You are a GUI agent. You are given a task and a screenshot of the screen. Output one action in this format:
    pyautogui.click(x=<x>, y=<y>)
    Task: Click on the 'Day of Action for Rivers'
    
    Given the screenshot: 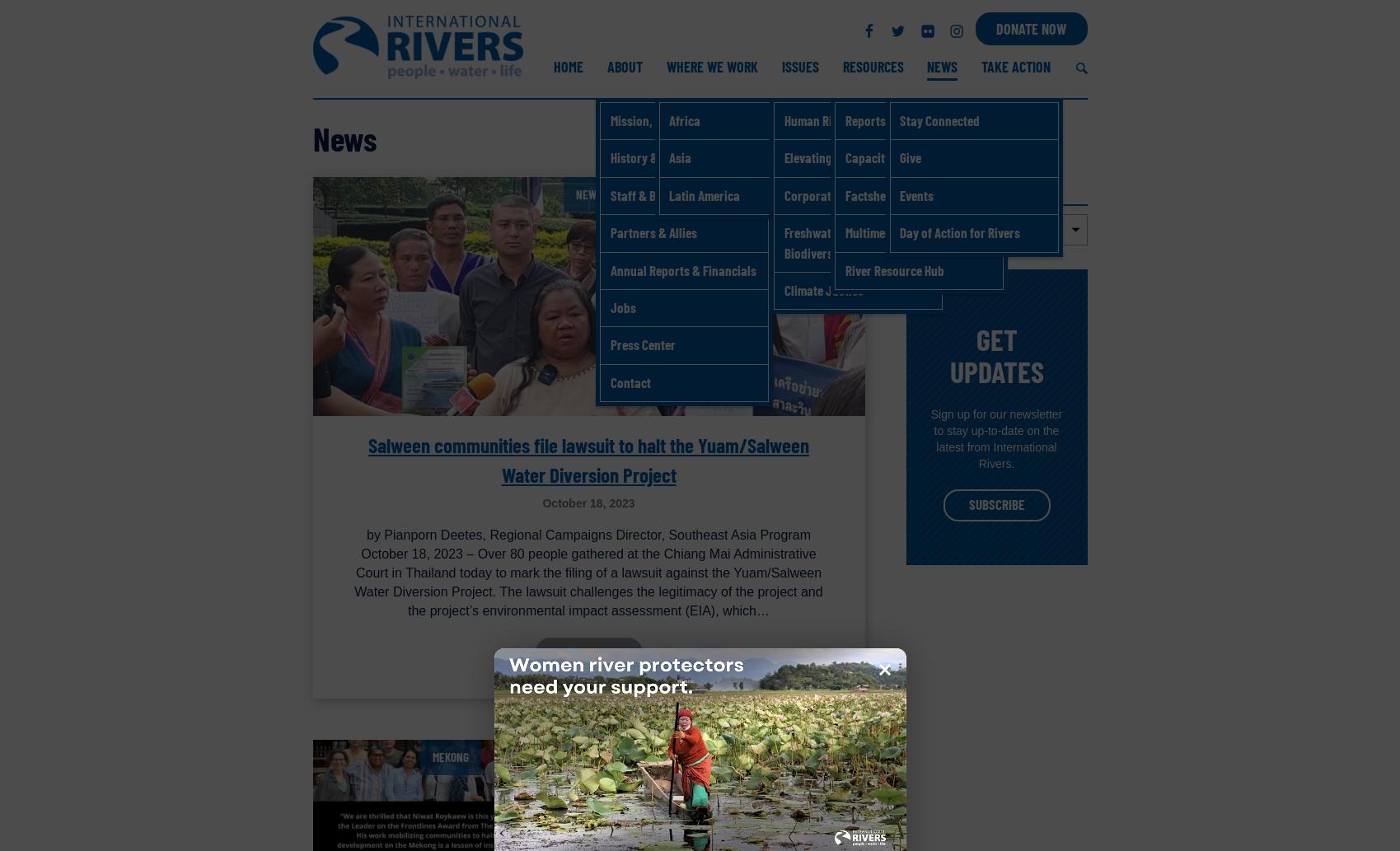 What is the action you would take?
    pyautogui.click(x=960, y=231)
    